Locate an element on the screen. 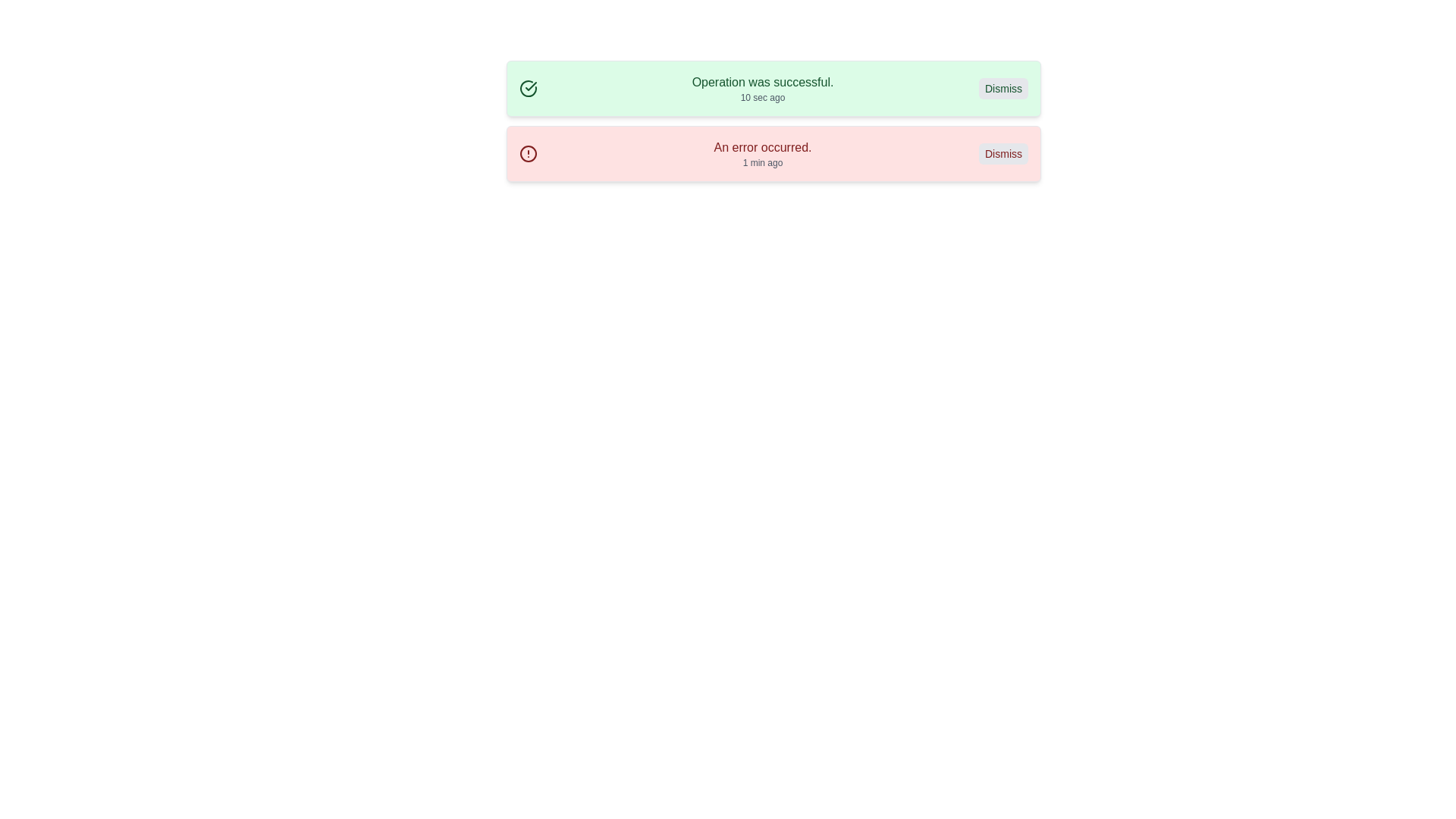  the alert icon in the red-themed notification bar that indicates an error message, which is located to the left of the text 'An error occurred. 1 min ago' is located at coordinates (528, 154).